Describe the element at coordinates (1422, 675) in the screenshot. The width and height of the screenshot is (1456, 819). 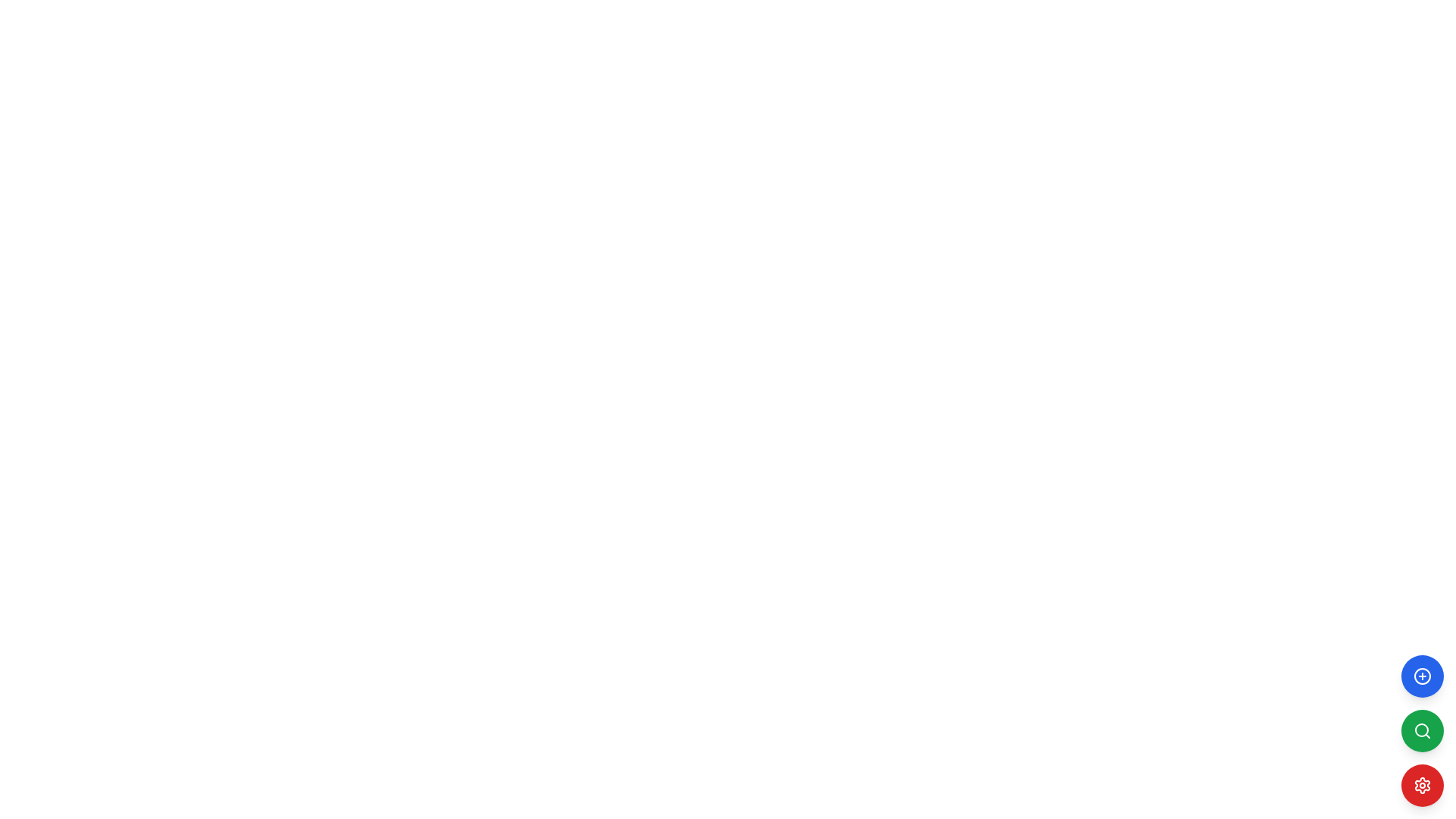
I see `the topmost blue circular icon with a plus symbol, which is the first in a vertical stack of three icons on the right side of the interface` at that location.